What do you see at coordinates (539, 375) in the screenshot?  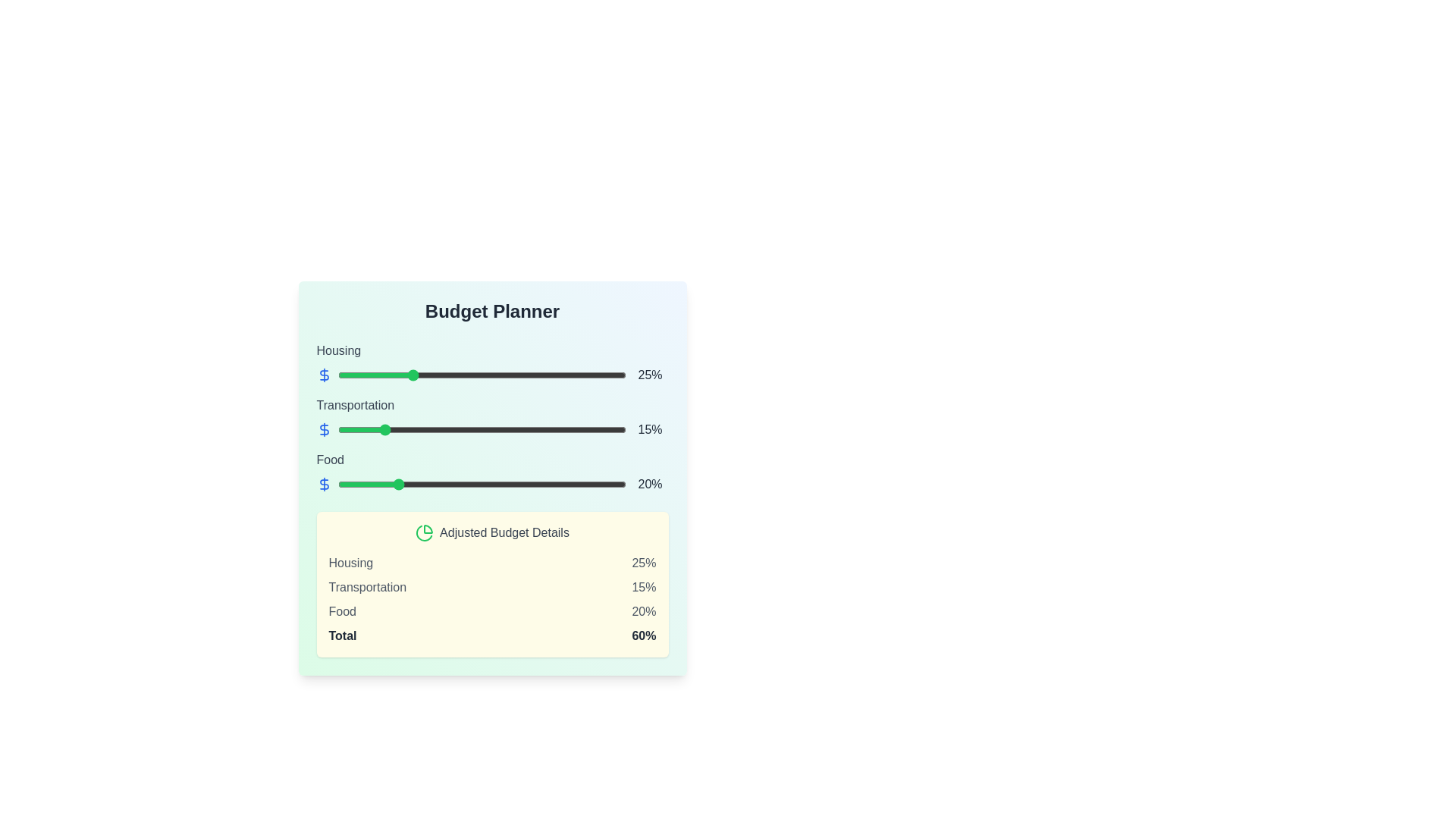 I see `the housing budget percentage` at bounding box center [539, 375].